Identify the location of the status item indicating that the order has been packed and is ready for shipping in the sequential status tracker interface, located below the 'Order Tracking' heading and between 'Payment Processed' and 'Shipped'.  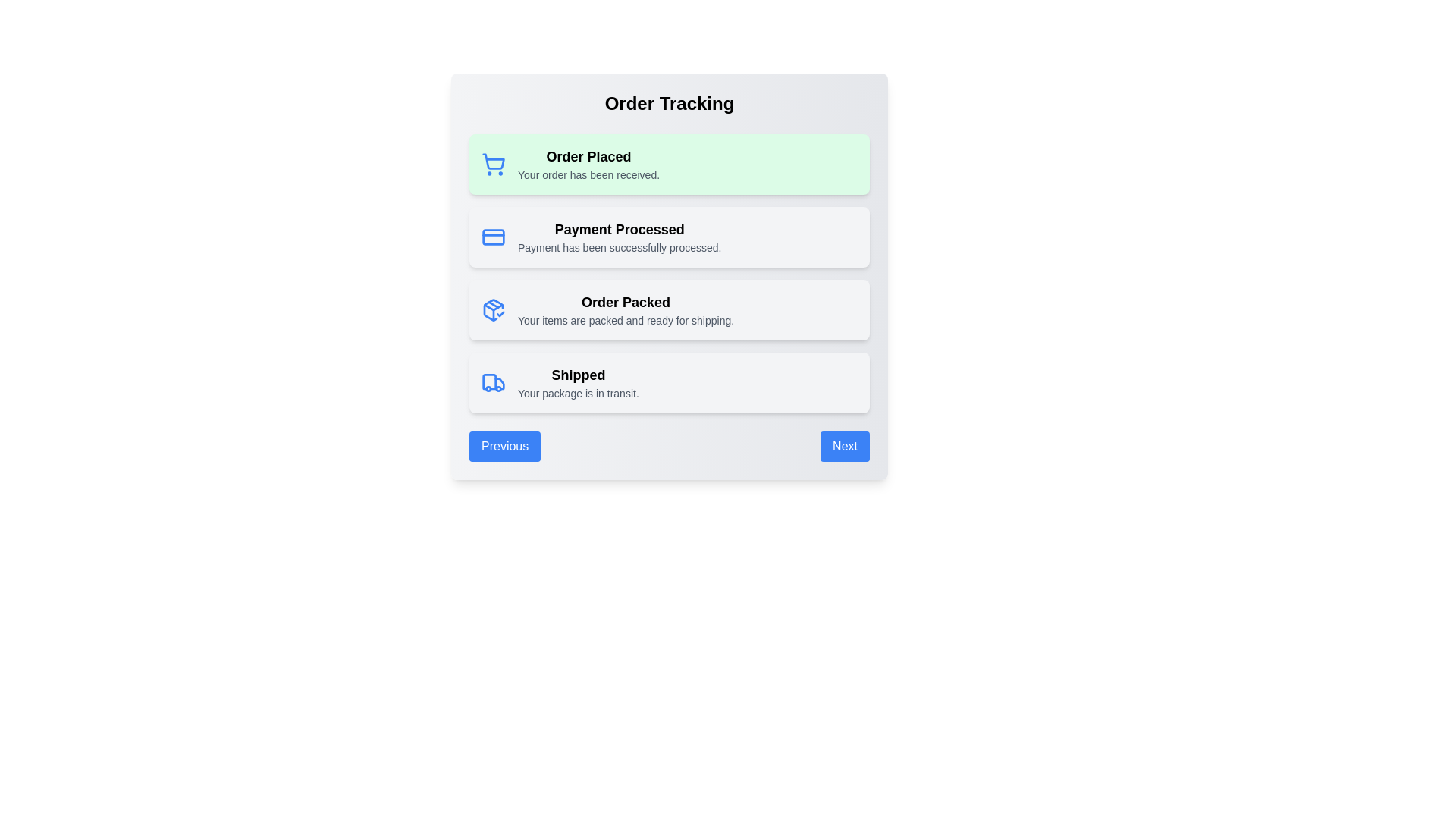
(669, 309).